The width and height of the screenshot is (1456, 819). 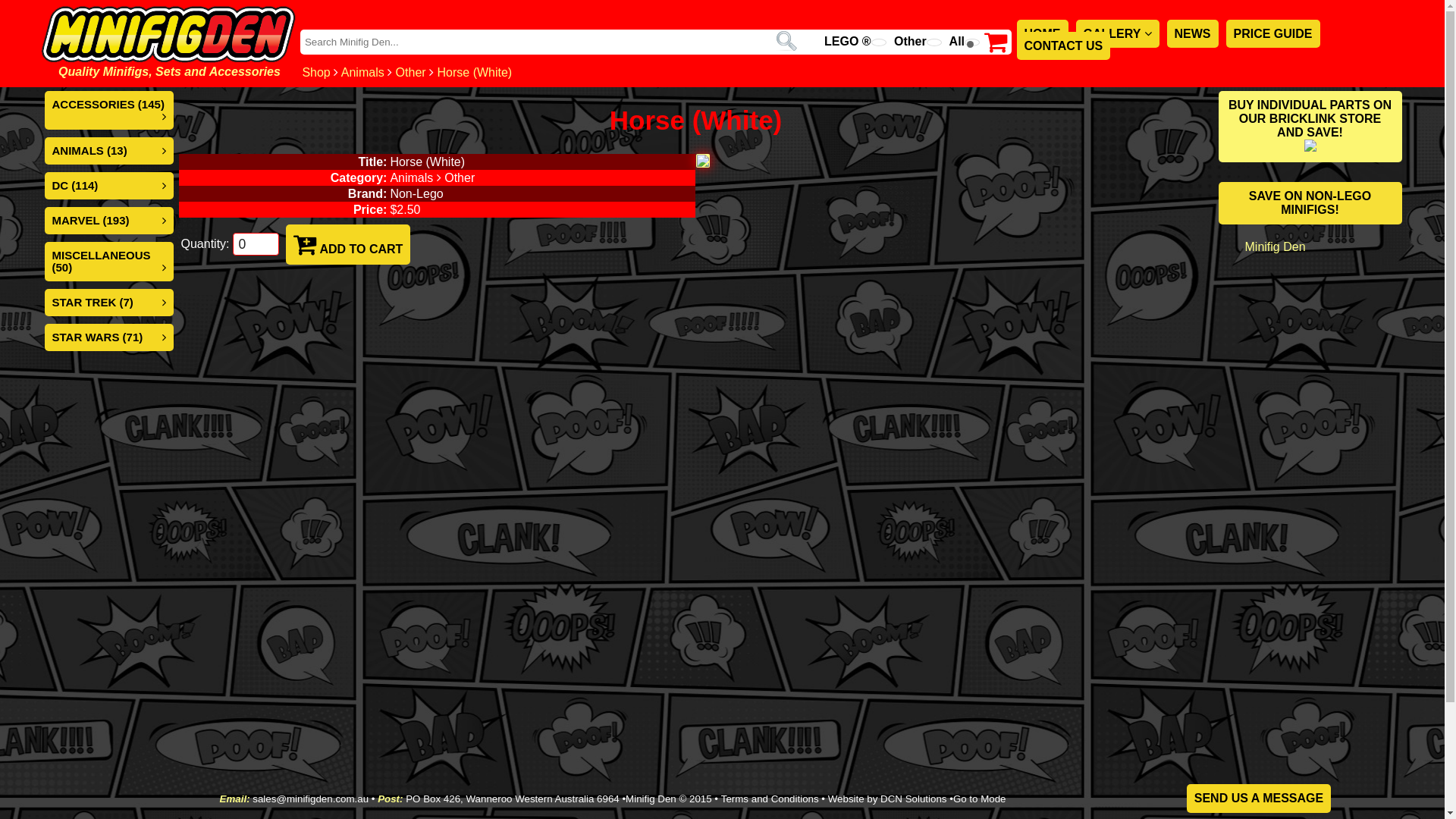 I want to click on 'MISCELLANEOUS (50)', so click(x=100, y=260).